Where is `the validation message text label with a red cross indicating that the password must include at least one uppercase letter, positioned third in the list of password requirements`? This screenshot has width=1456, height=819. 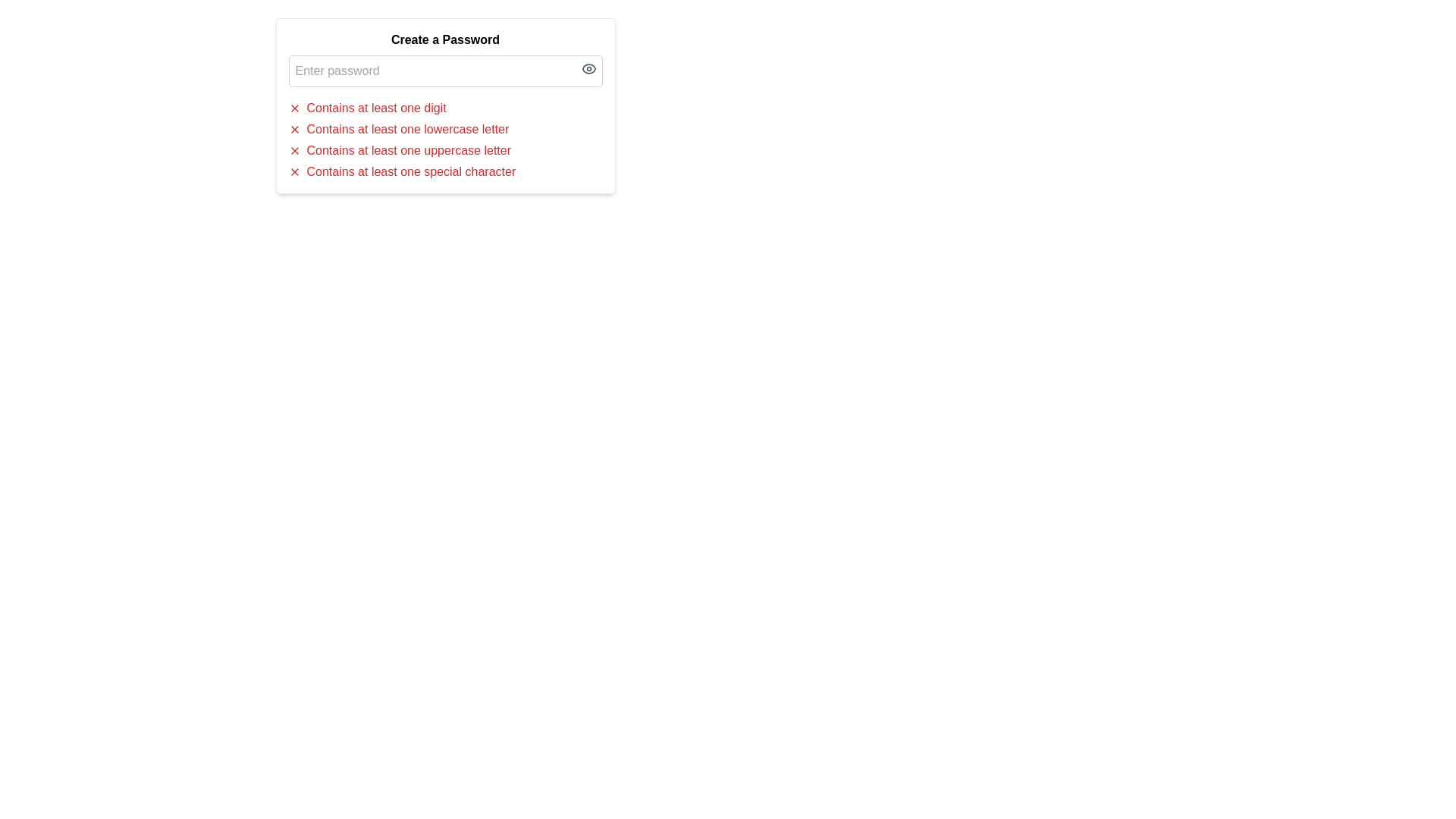 the validation message text label with a red cross indicating that the password must include at least one uppercase letter, positioned third in the list of password requirements is located at coordinates (444, 151).